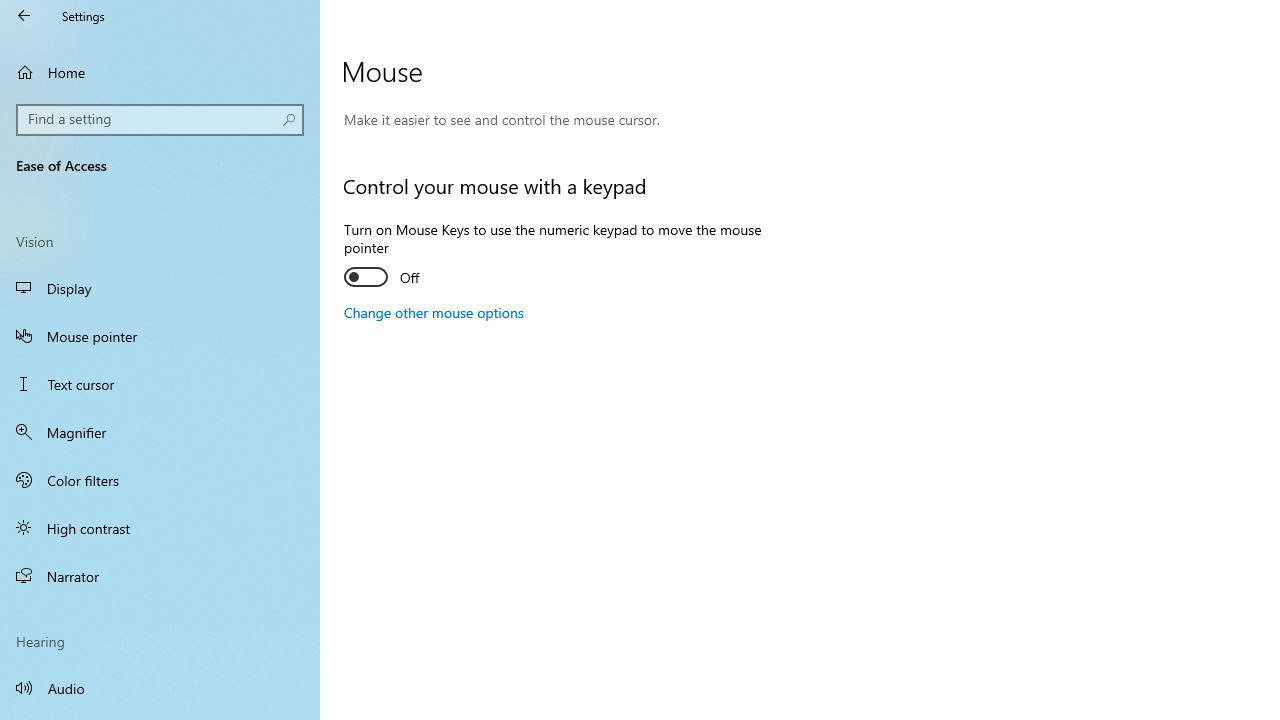 This screenshot has height=720, width=1280. Describe the element at coordinates (160, 334) in the screenshot. I see `'Mouse pointer'` at that location.